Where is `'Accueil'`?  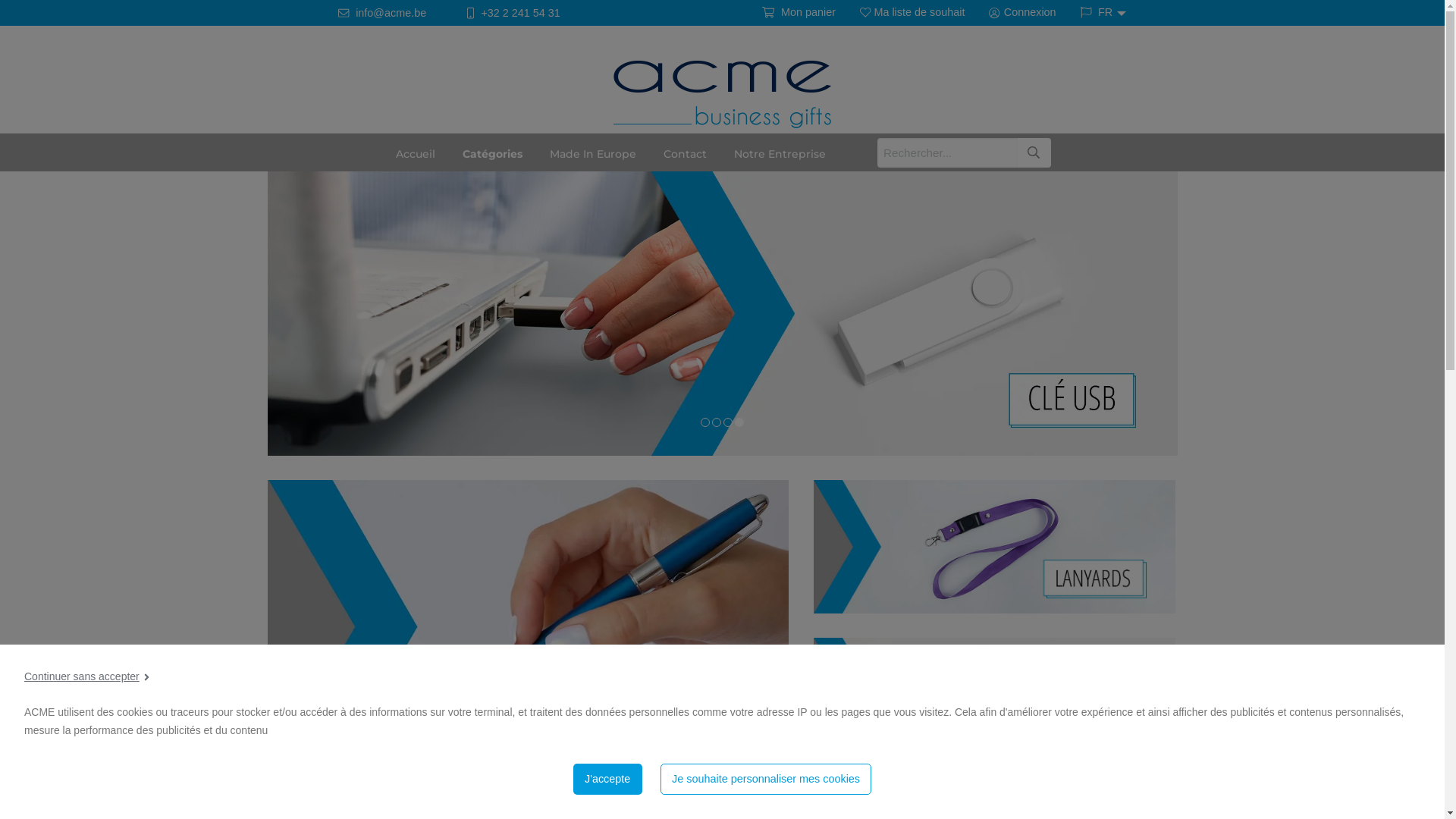 'Accueil' is located at coordinates (415, 152).